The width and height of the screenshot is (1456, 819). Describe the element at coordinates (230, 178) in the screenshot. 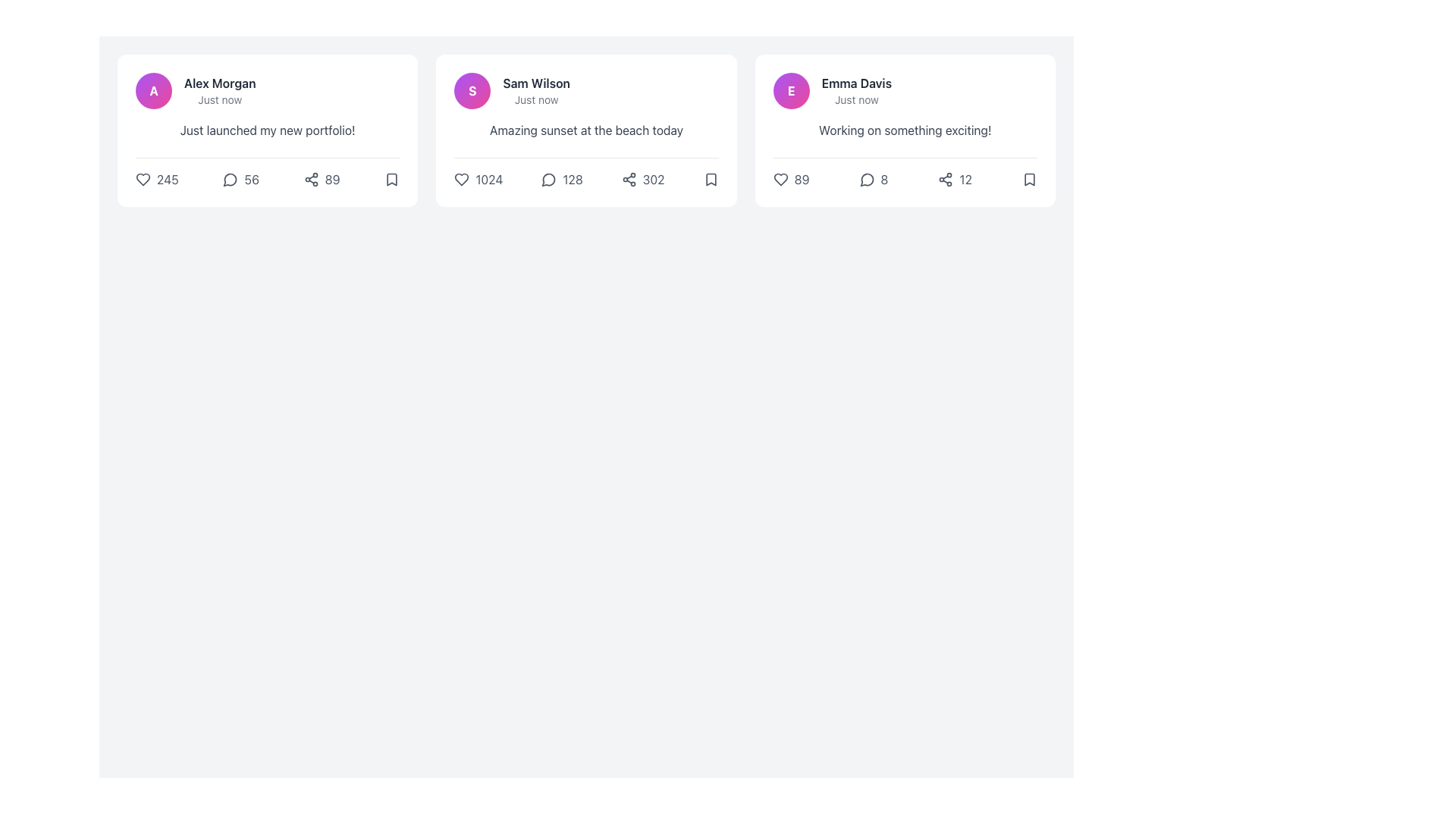

I see `the circular comment indicator icon, which is a minimalistic gray speech bubble located immediately to the left of the number '56' in the user interaction panel of the first post` at that location.